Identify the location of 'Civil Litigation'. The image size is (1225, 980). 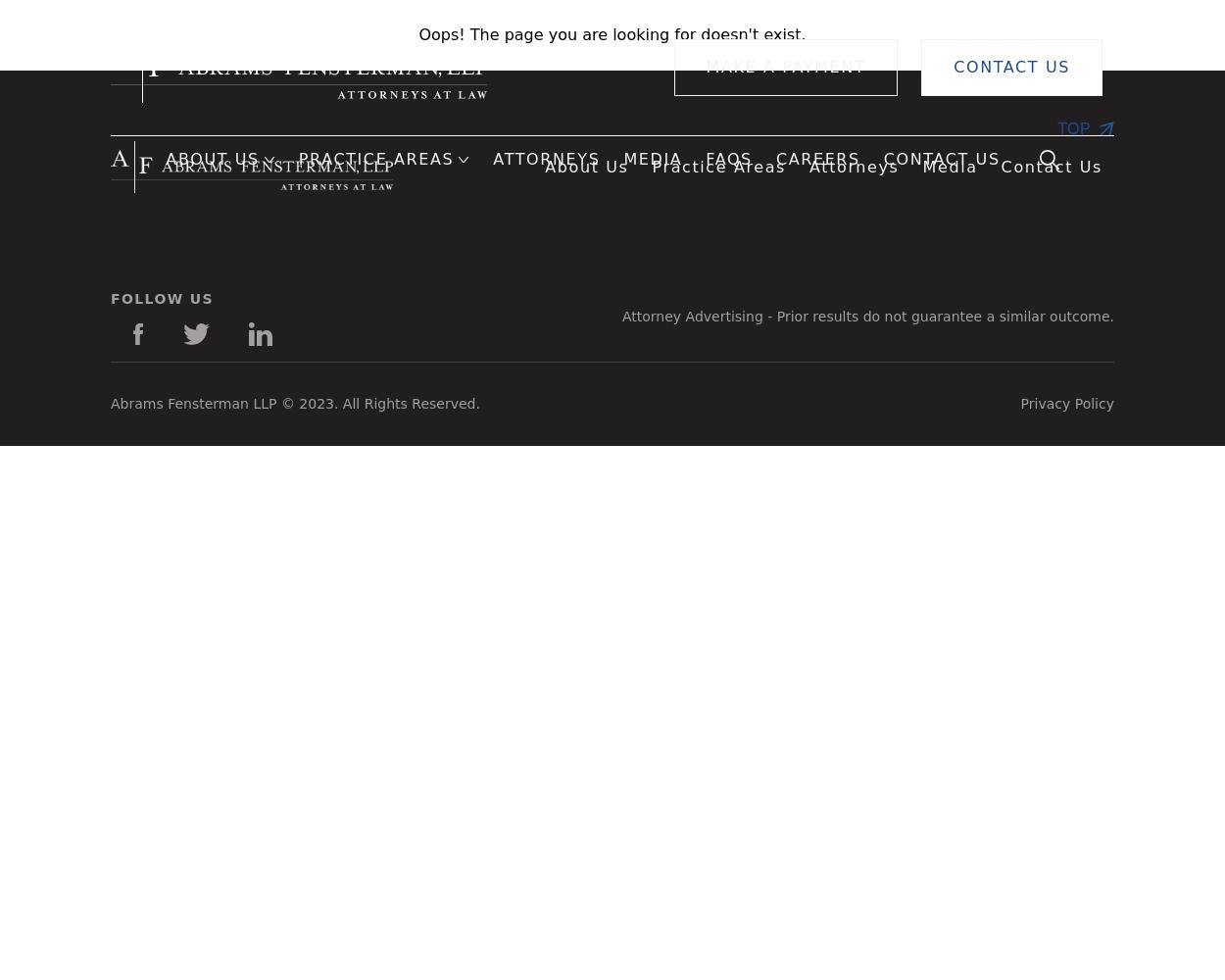
(717, 262).